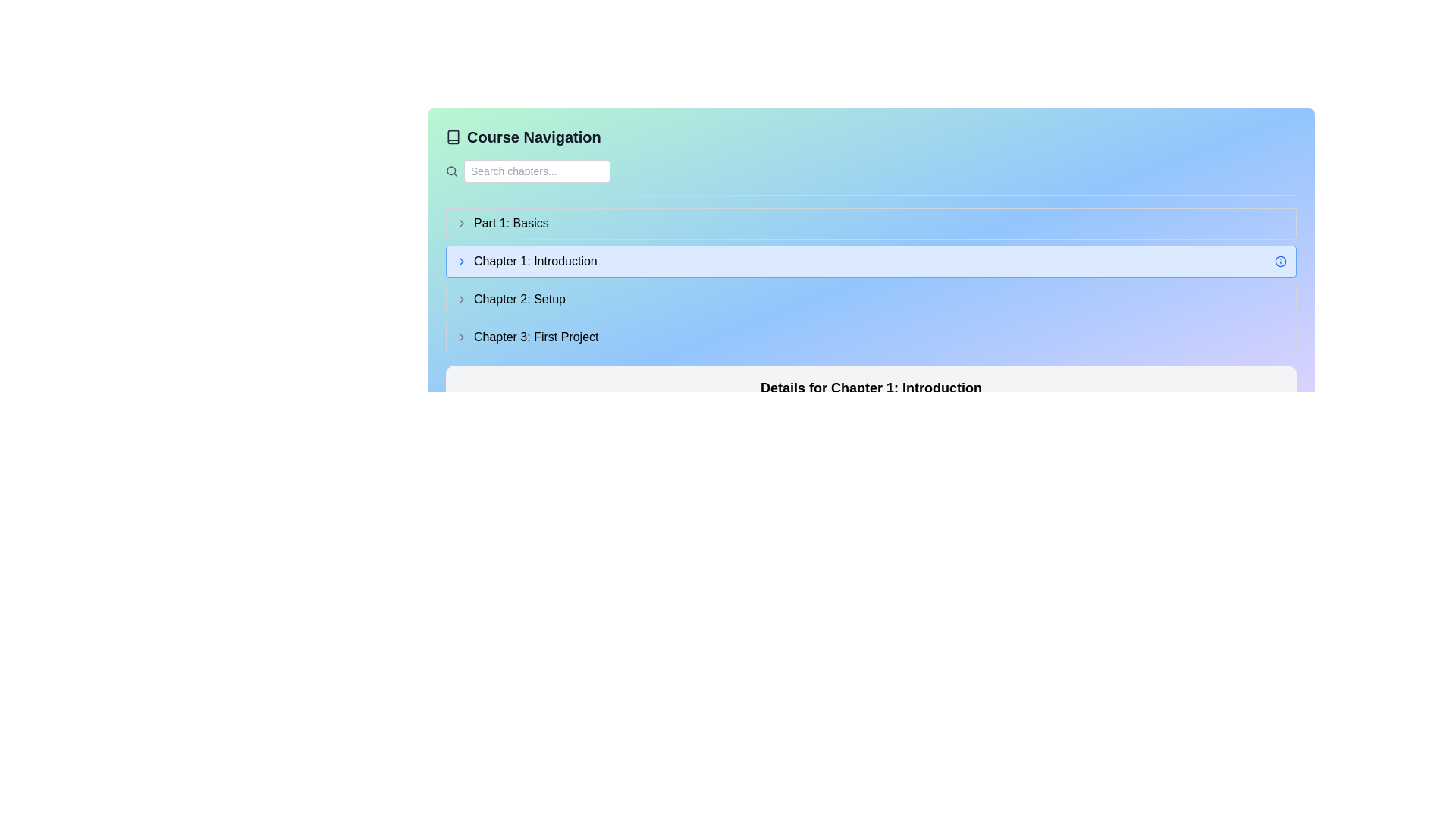  What do you see at coordinates (526, 260) in the screenshot?
I see `the text label displaying 'Chapter 1: Introduction', which is centrally positioned in the second row of chapter titles in the navigation panel` at bounding box center [526, 260].